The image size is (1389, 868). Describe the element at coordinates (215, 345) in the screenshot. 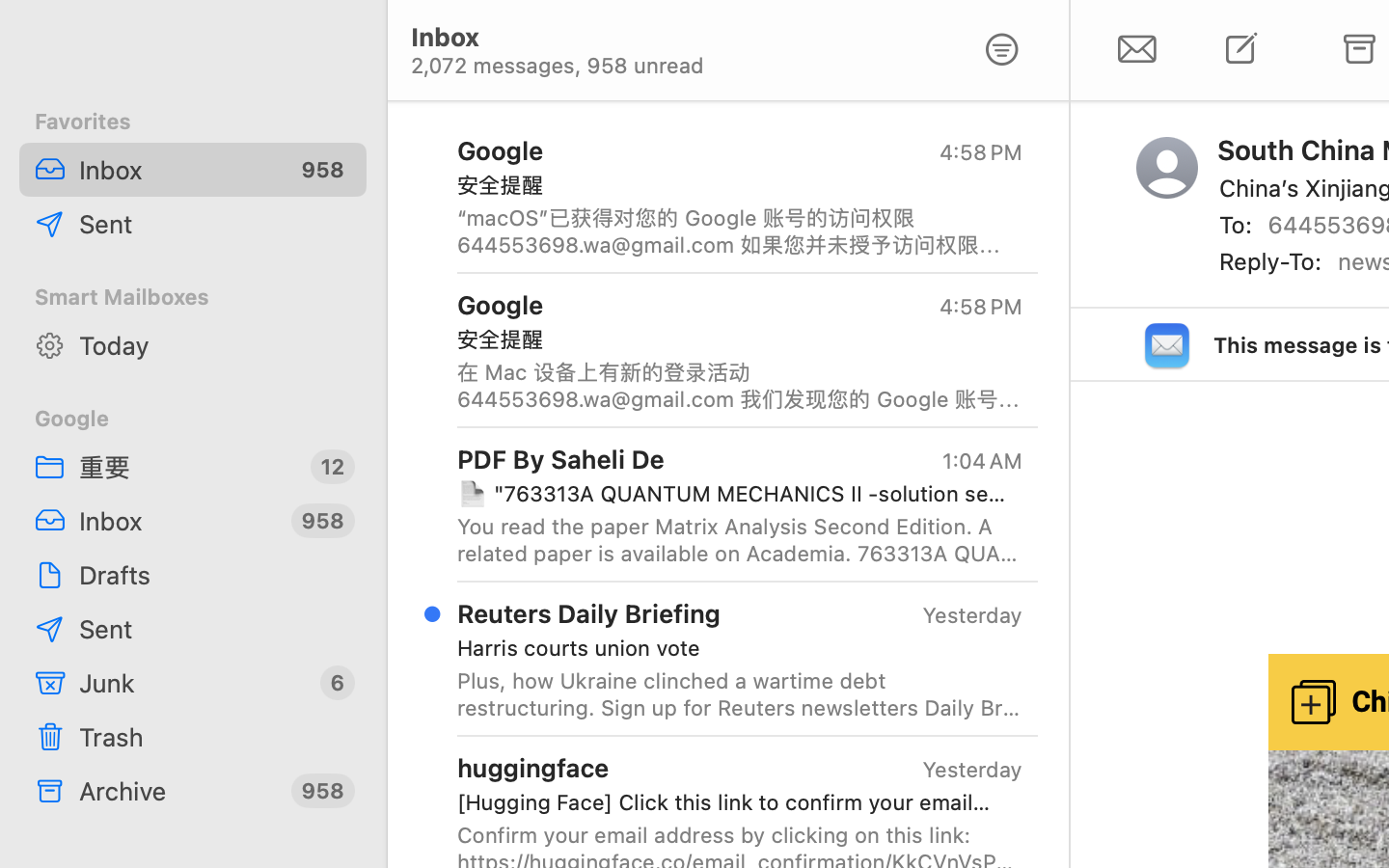

I see `'Today'` at that location.